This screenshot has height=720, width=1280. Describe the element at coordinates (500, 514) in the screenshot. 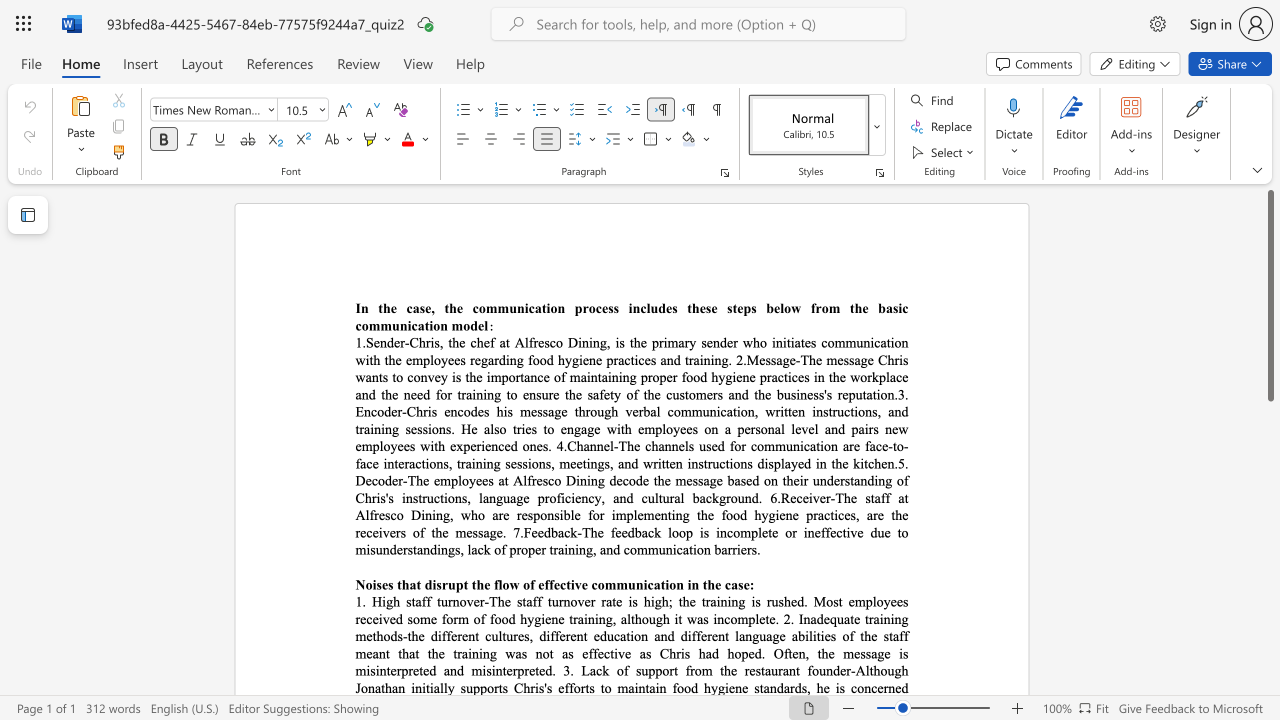

I see `the 1th character "r" in the text` at that location.